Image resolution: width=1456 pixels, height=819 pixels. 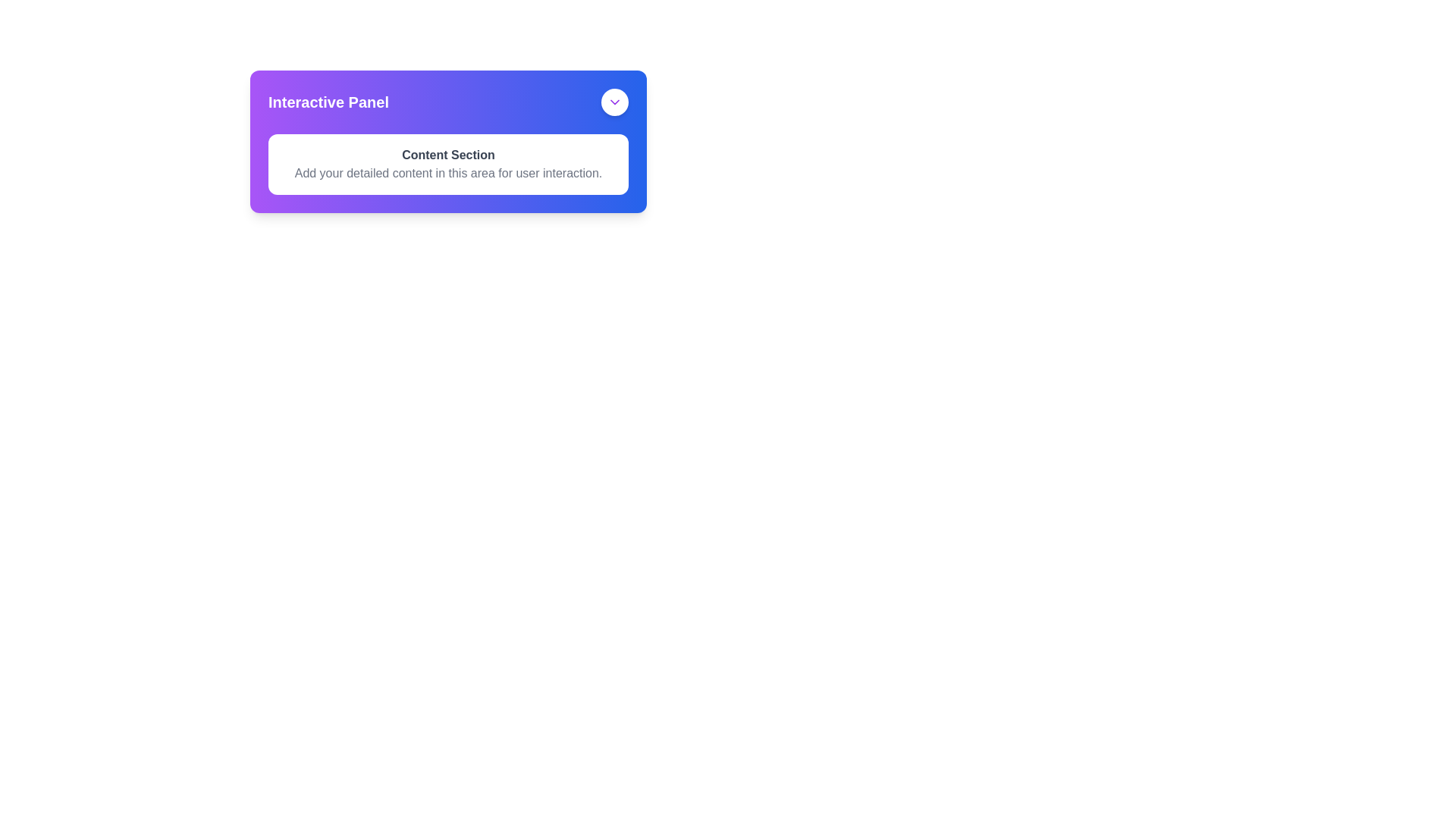 I want to click on the static content card with a white background and rounded corners that contains the text 'Content Section' prominently displayed in gray font, so click(x=447, y=164).